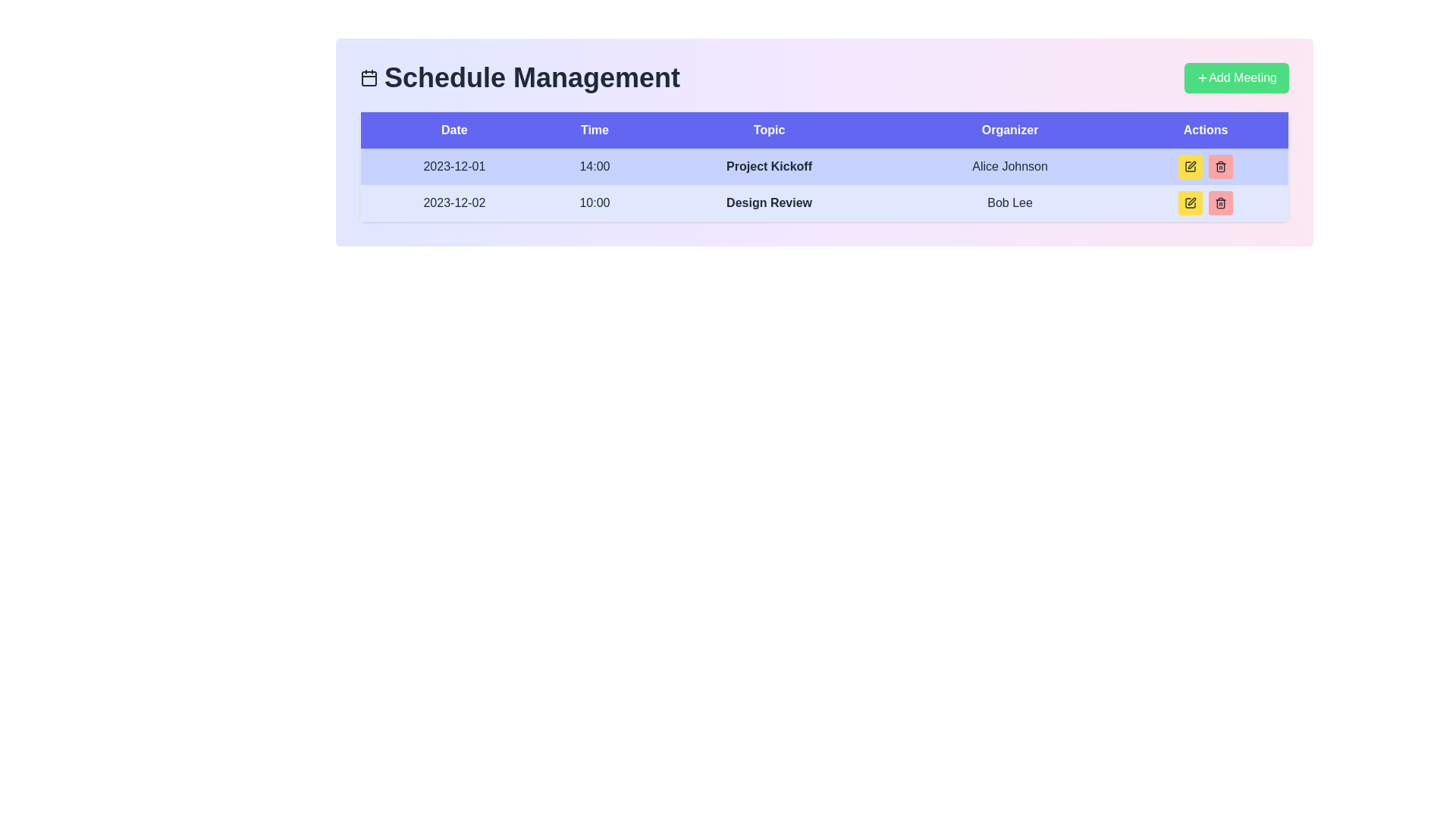  Describe the element at coordinates (1202, 78) in the screenshot. I see `the plus icon in the green 'Add Meeting' button at the top-right of the interface` at that location.